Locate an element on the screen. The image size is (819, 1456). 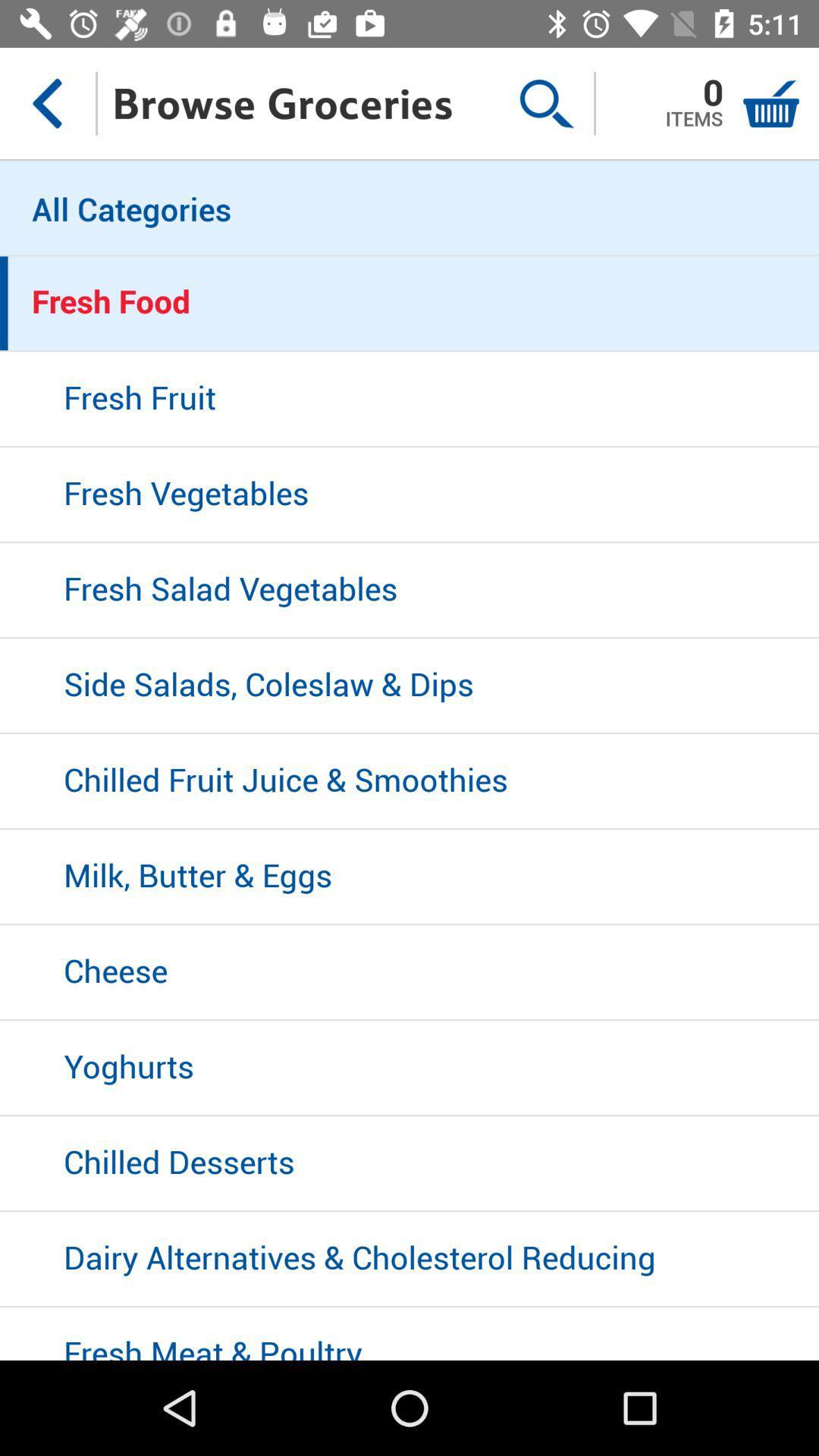
the item to the right of the browse groceries item is located at coordinates (546, 102).